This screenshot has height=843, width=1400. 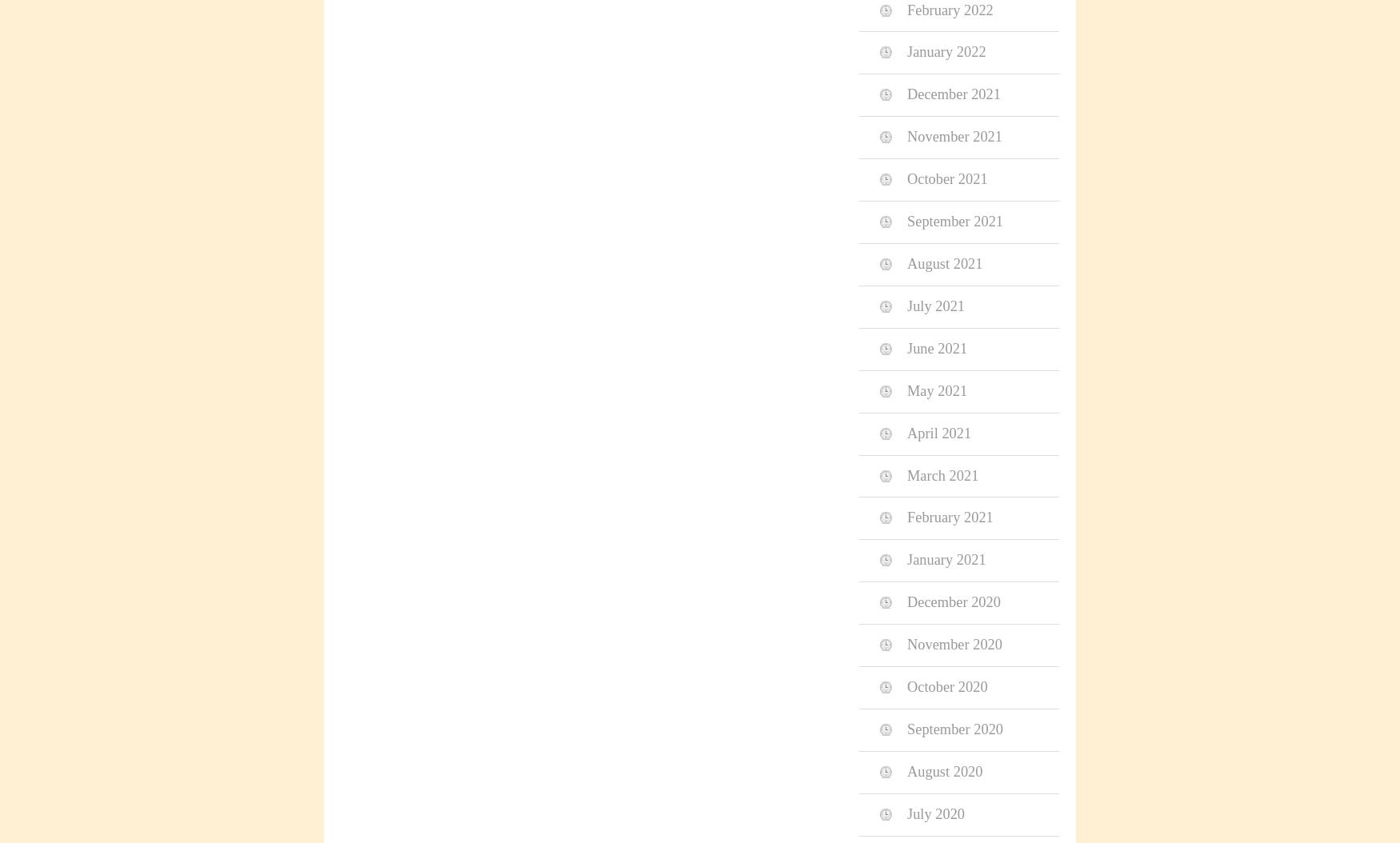 What do you see at coordinates (942, 474) in the screenshot?
I see `'March 2021'` at bounding box center [942, 474].